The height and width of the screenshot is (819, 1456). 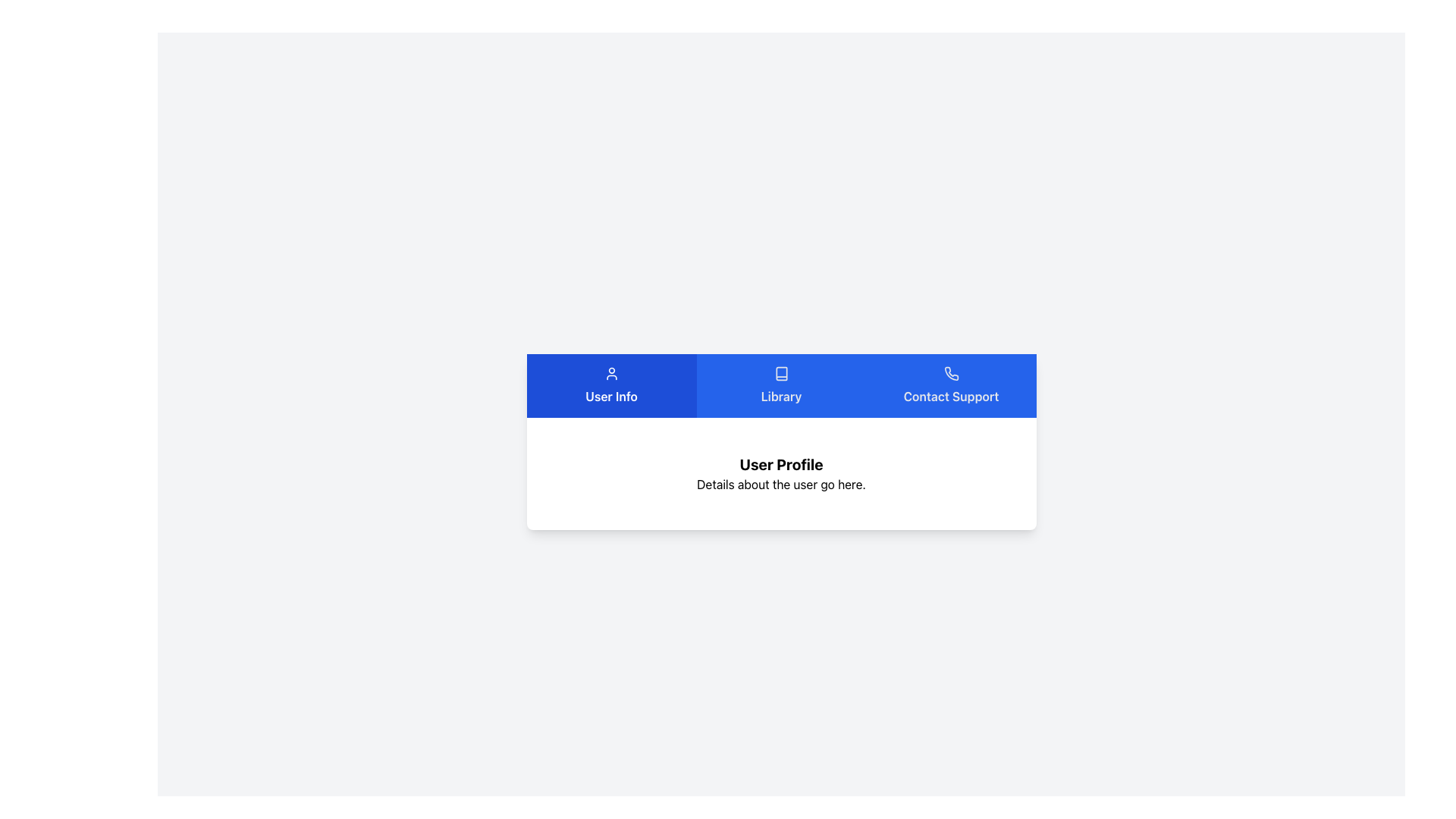 I want to click on the text label at the bottom-right corner of the navigation bar, so click(x=950, y=396).